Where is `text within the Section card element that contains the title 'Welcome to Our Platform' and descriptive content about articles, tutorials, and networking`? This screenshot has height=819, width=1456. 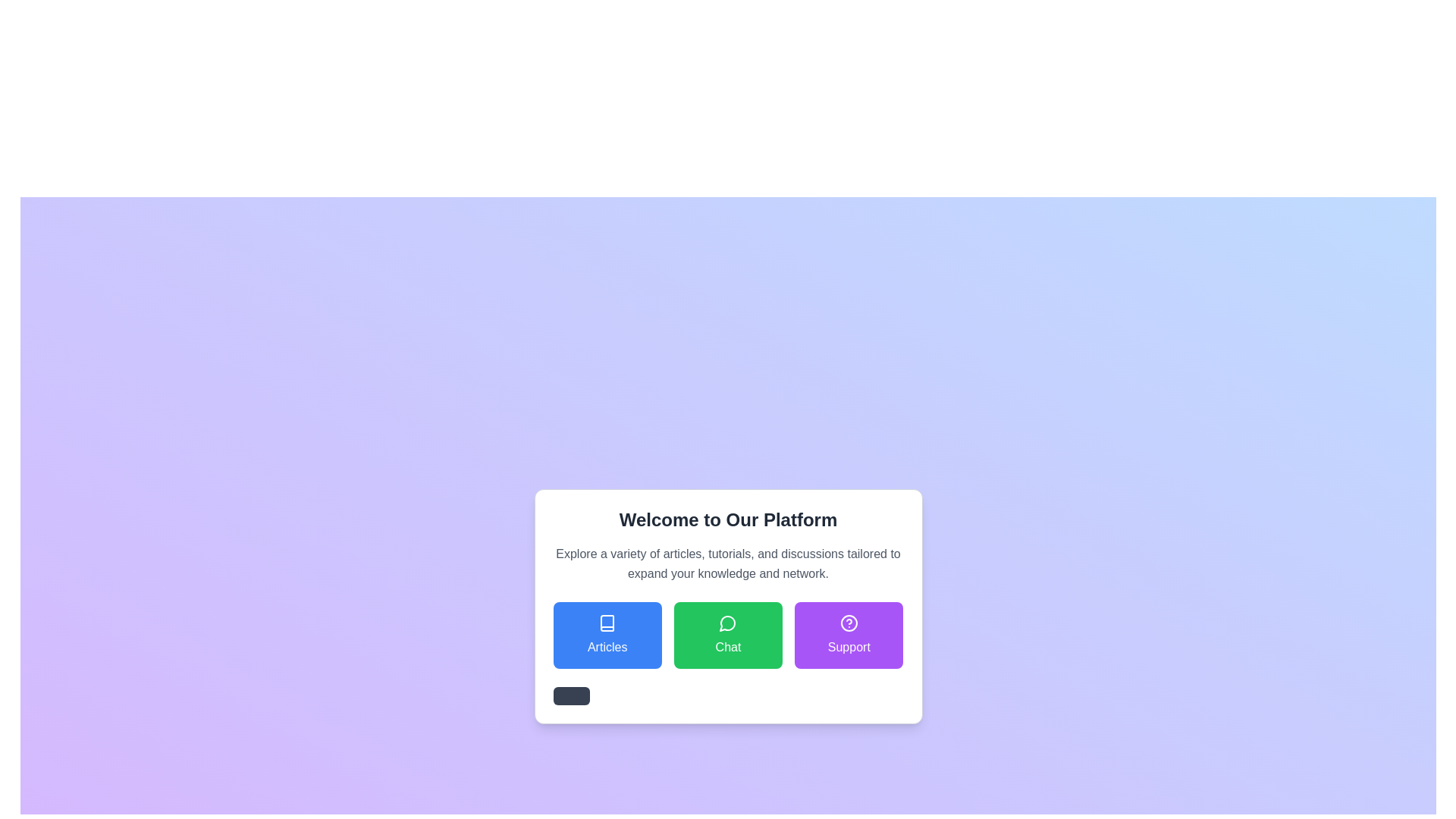
text within the Section card element that contains the title 'Welcome to Our Platform' and descriptive content about articles, tutorials, and networking is located at coordinates (728, 605).